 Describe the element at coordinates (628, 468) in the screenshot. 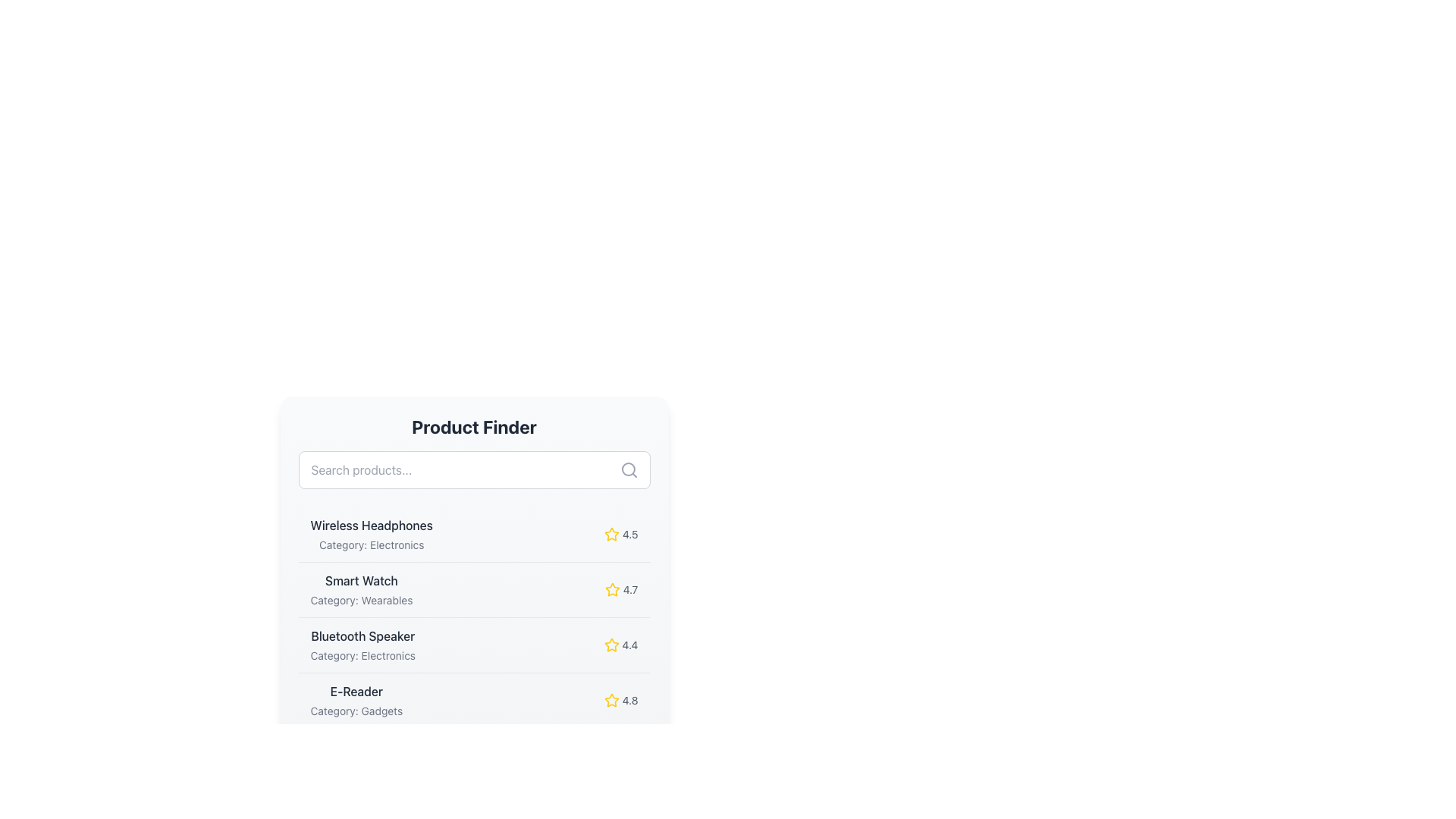

I see `the small circle representing the lens of the magnifying glass icon, located near the top-right region of the search bar` at that location.